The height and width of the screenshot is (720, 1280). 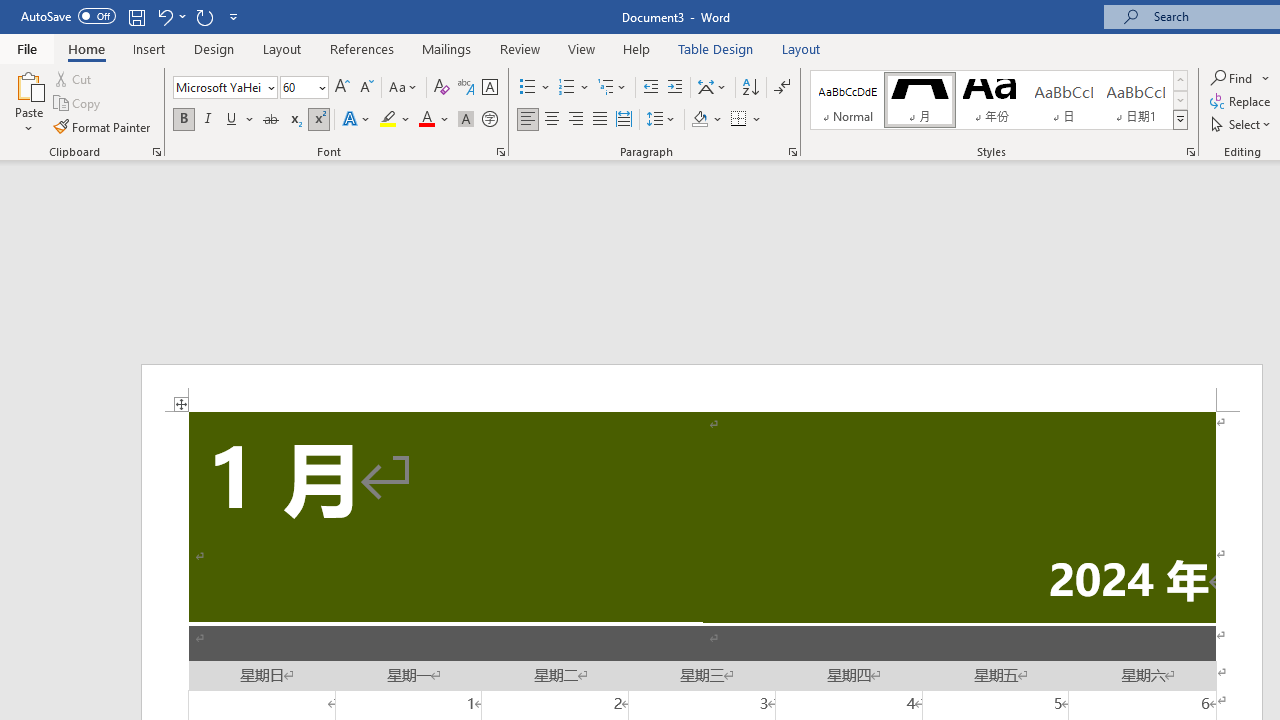 What do you see at coordinates (78, 103) in the screenshot?
I see `'Copy'` at bounding box center [78, 103].